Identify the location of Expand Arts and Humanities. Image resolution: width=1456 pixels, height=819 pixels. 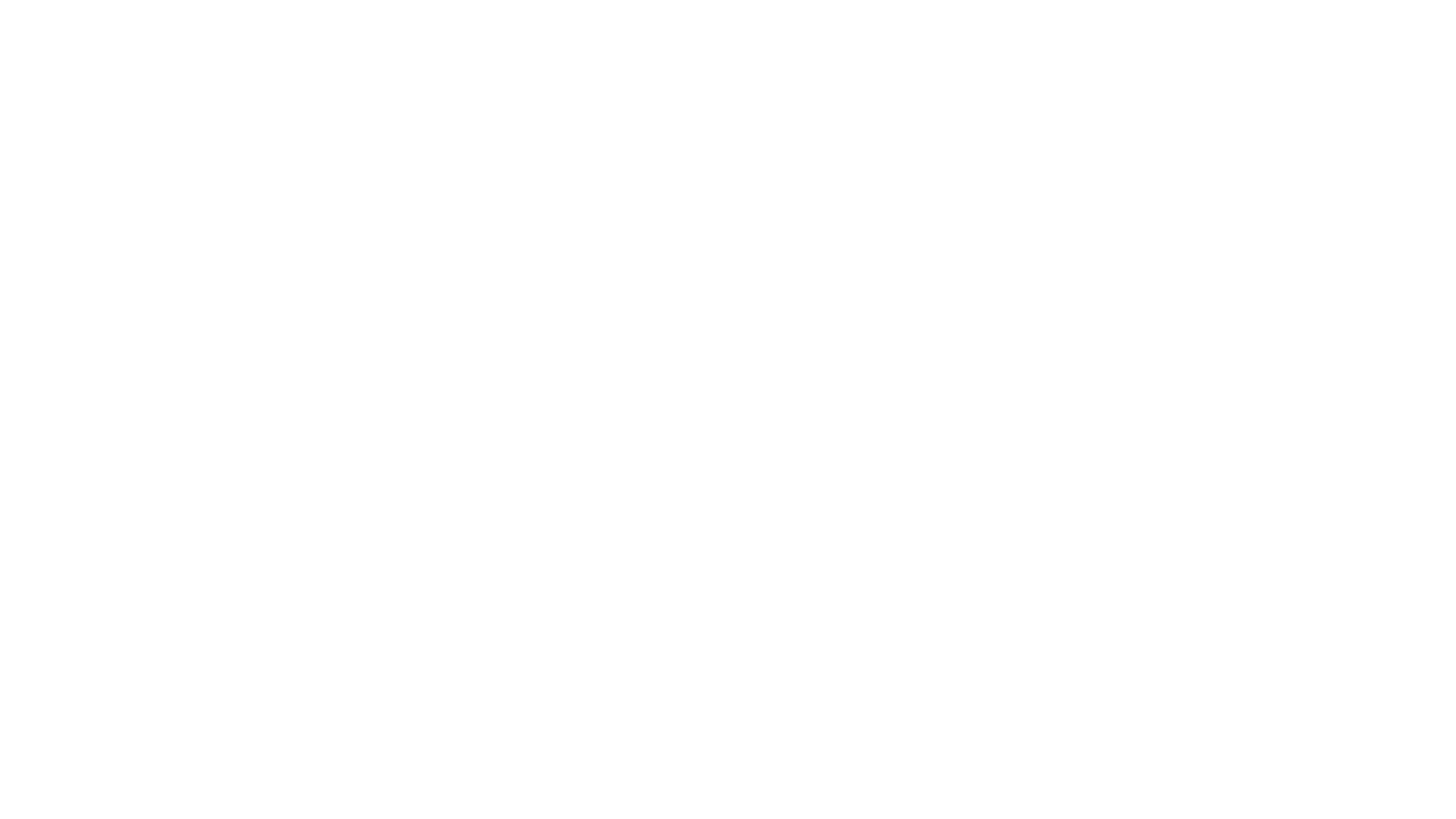
(169, 676).